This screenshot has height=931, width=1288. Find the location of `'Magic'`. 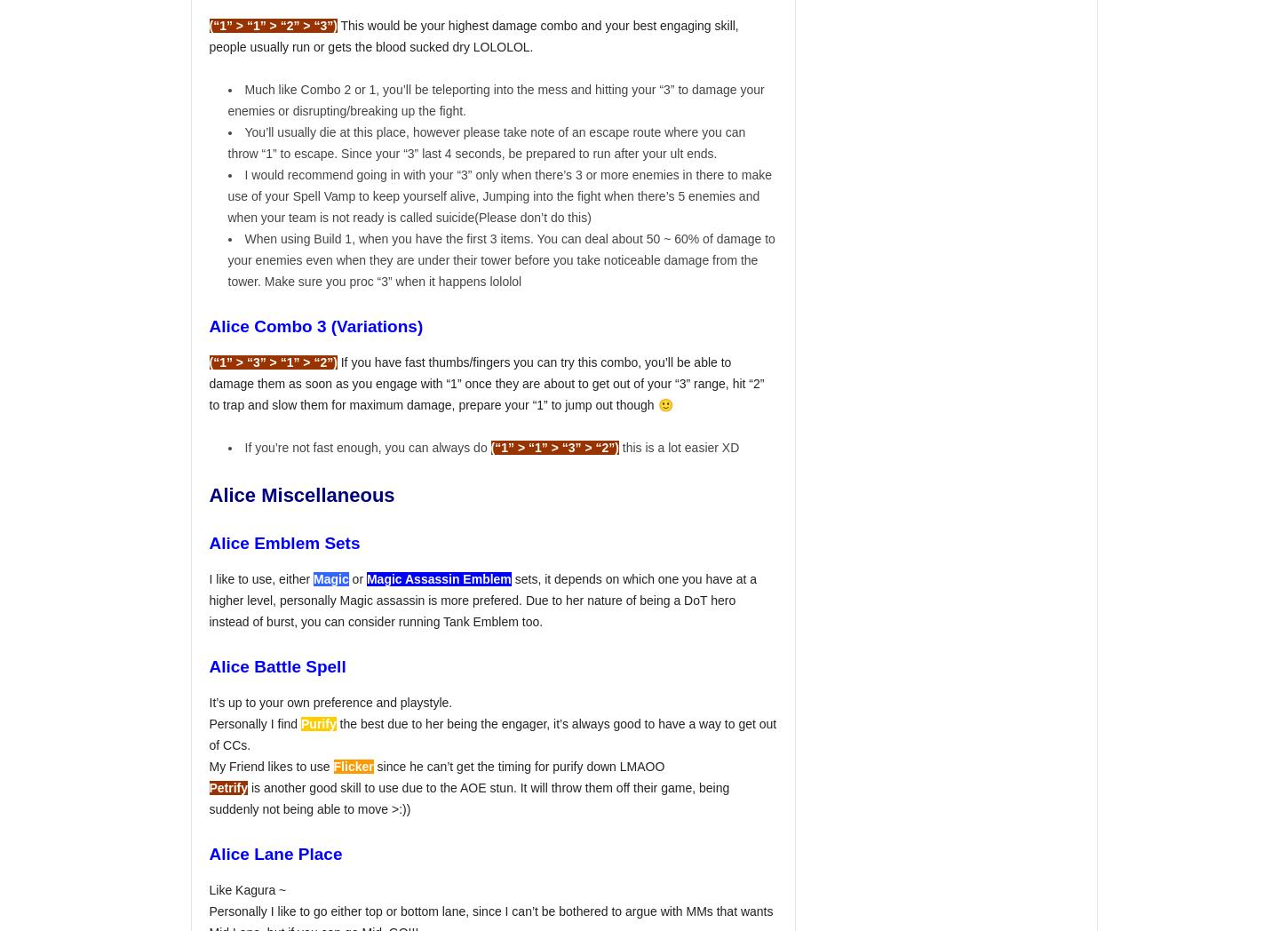

'Magic' is located at coordinates (330, 577).